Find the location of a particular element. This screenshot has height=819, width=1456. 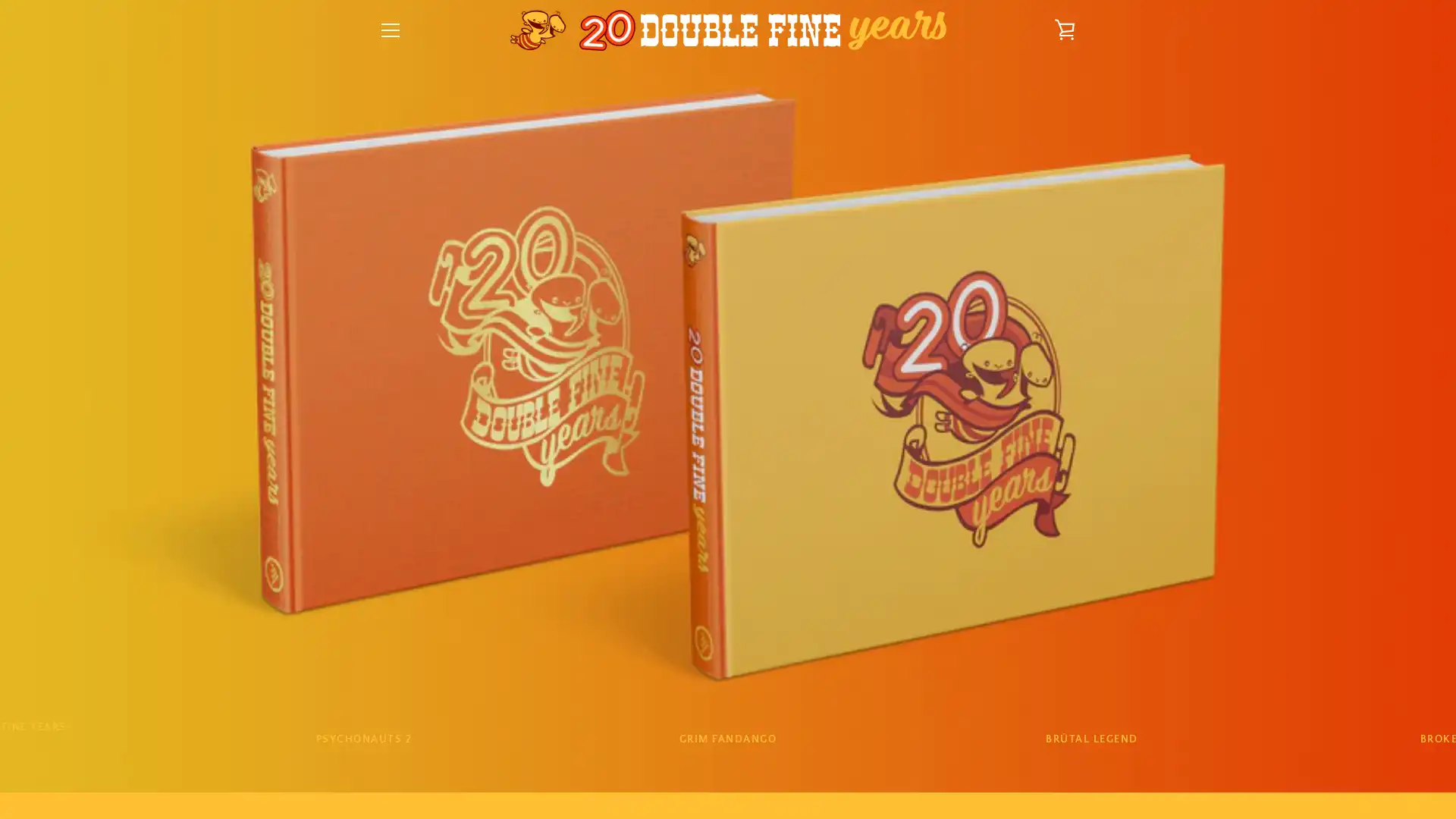

Change shipping country is located at coordinates (728, 519).